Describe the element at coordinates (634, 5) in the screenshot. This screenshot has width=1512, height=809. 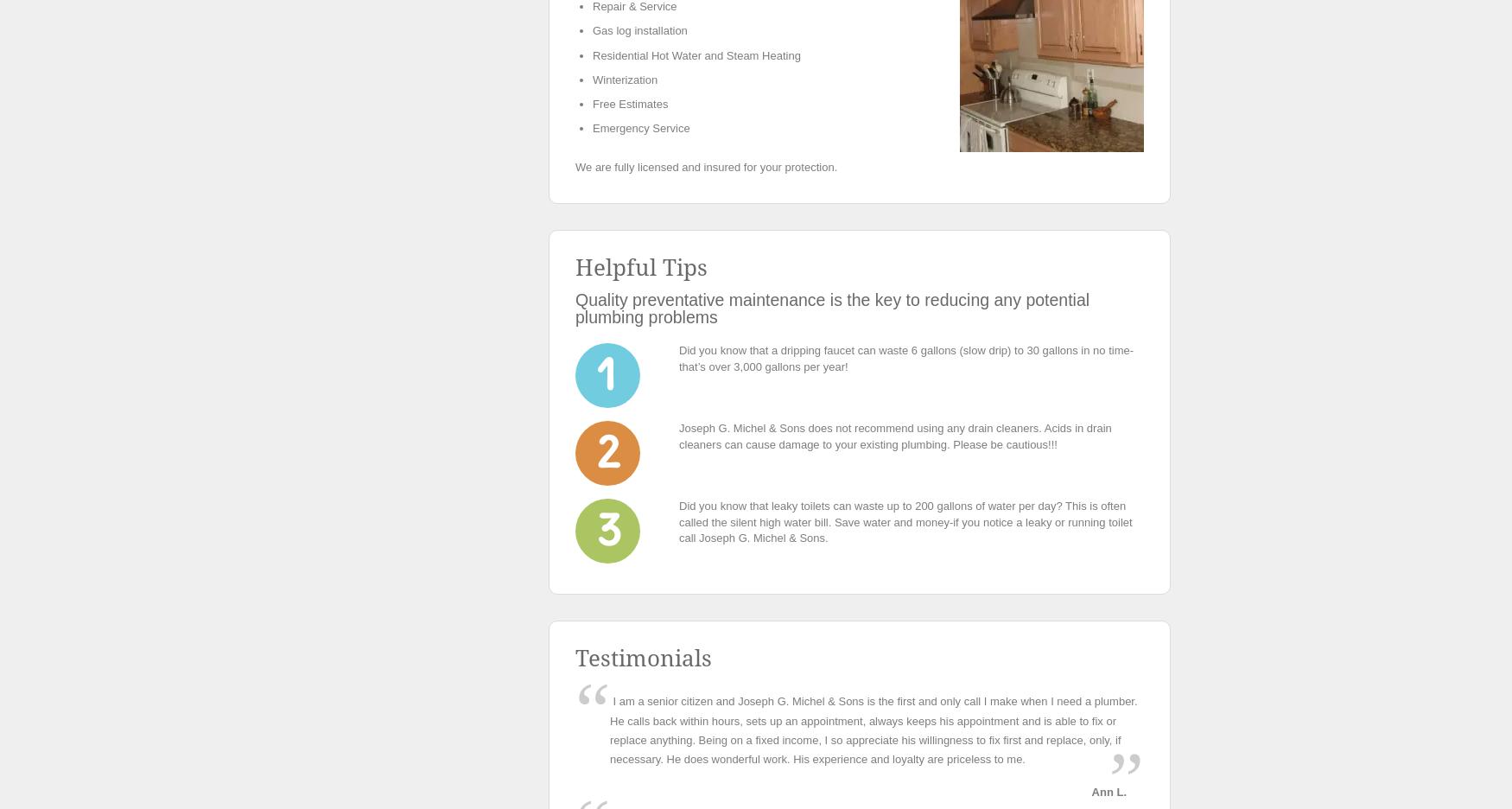
I see `'Repair & Service'` at that location.